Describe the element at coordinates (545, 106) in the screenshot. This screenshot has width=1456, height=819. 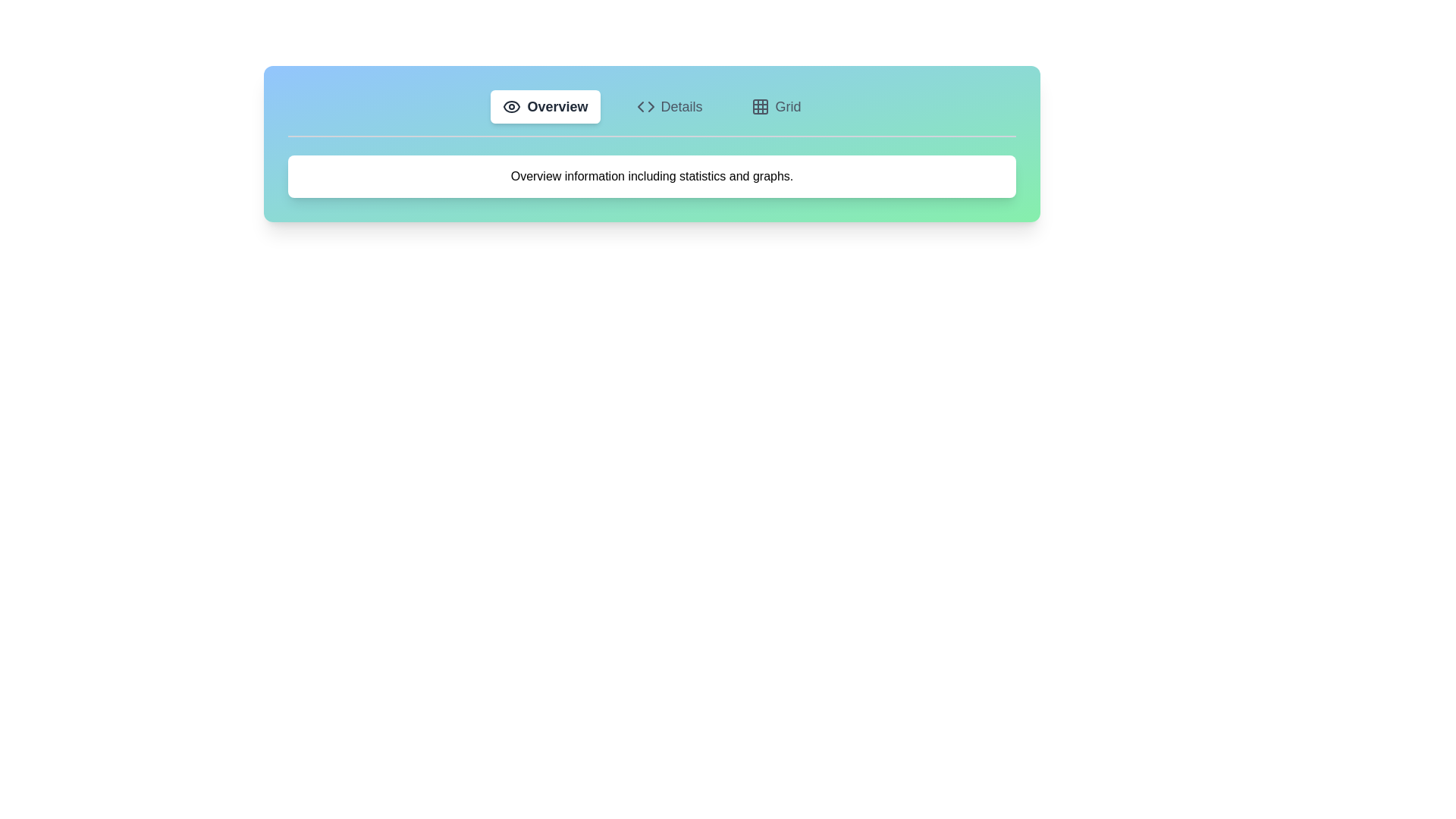
I see `the tab associated with Overview` at that location.